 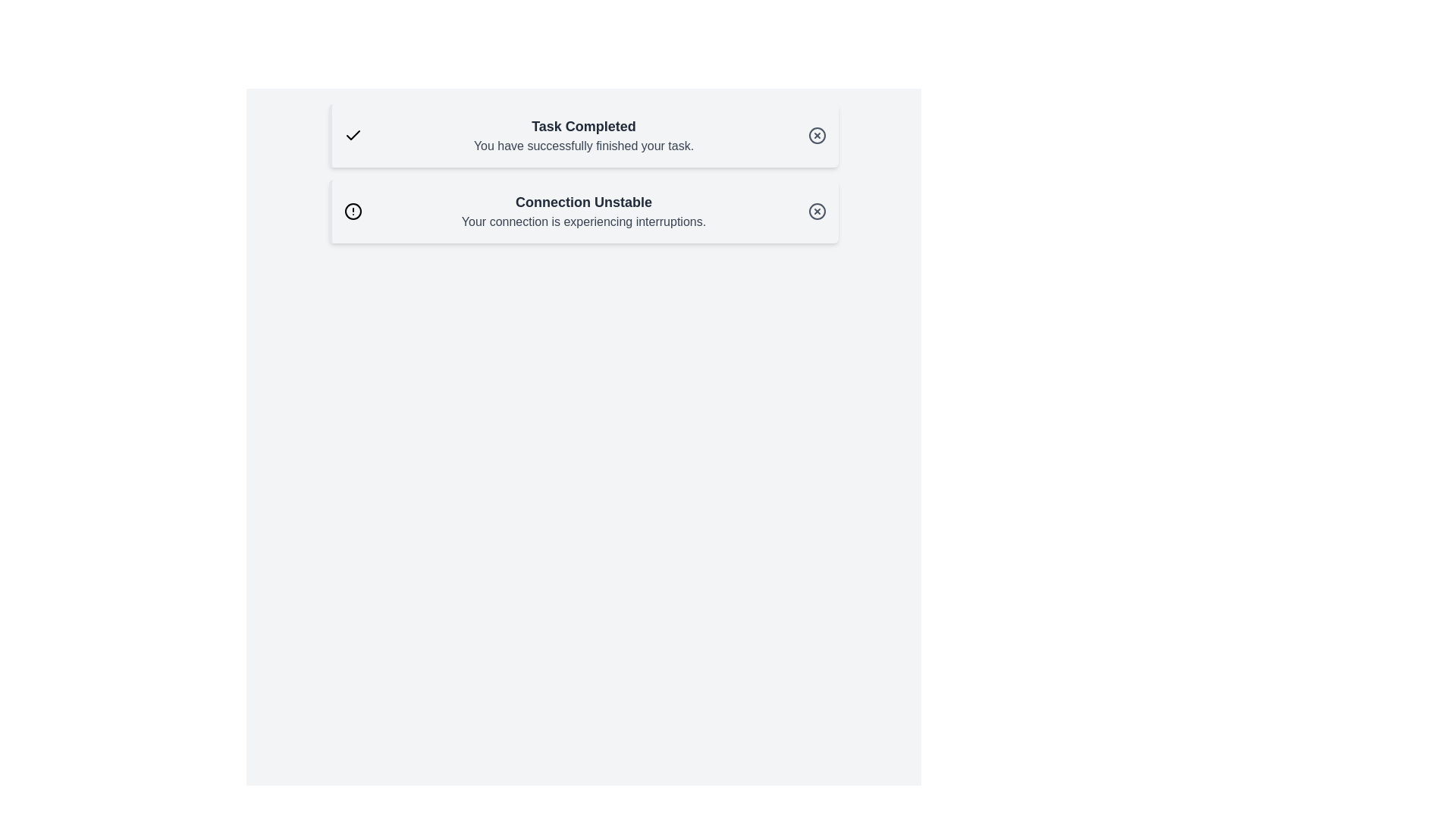 What do you see at coordinates (582, 134) in the screenshot?
I see `the notification message text block that indicates task completion, positioned between the checkmark icon and the close button` at bounding box center [582, 134].